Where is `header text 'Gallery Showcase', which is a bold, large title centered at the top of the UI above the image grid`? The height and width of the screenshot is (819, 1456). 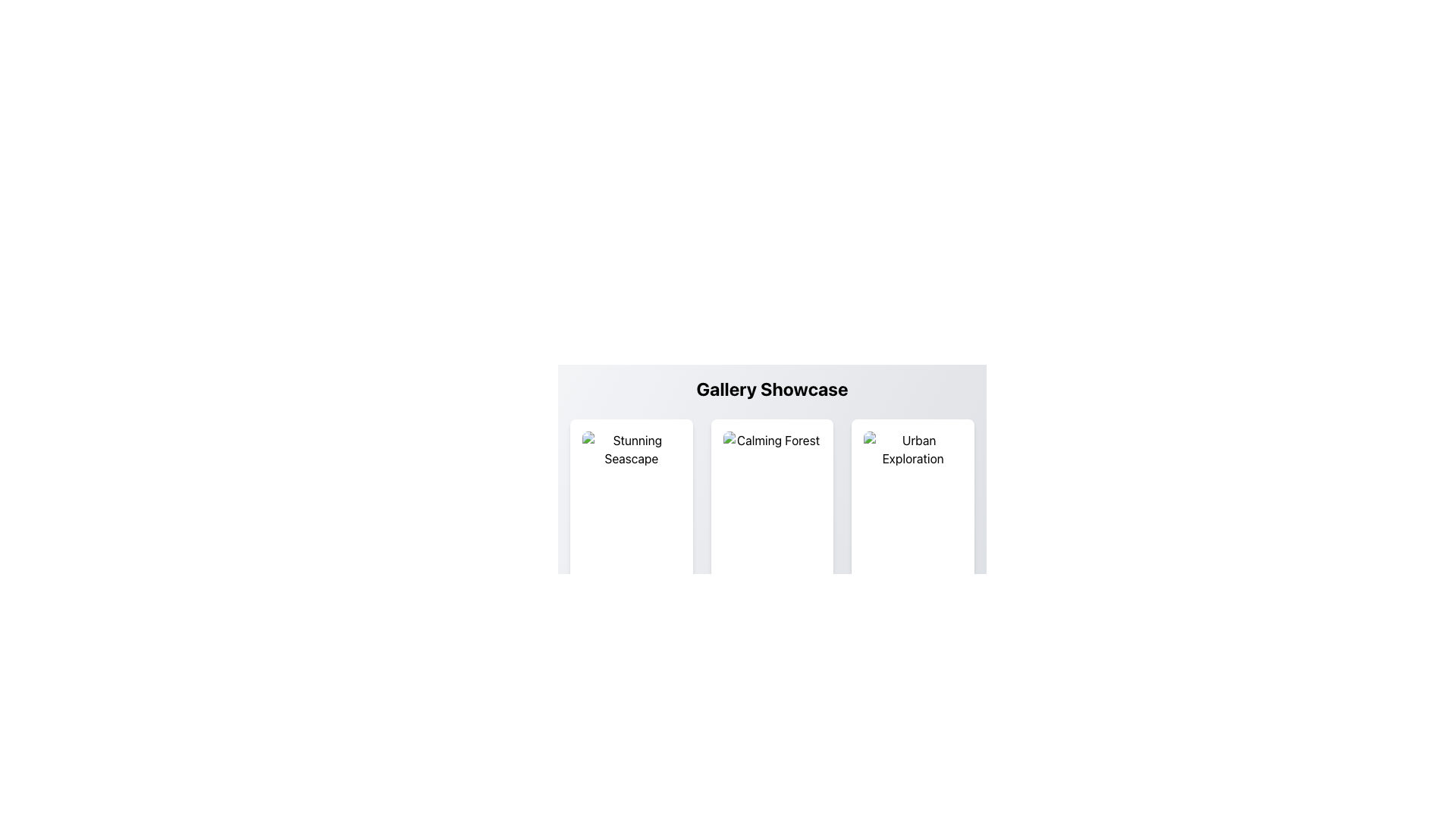 header text 'Gallery Showcase', which is a bold, large title centered at the top of the UI above the image grid is located at coordinates (772, 388).